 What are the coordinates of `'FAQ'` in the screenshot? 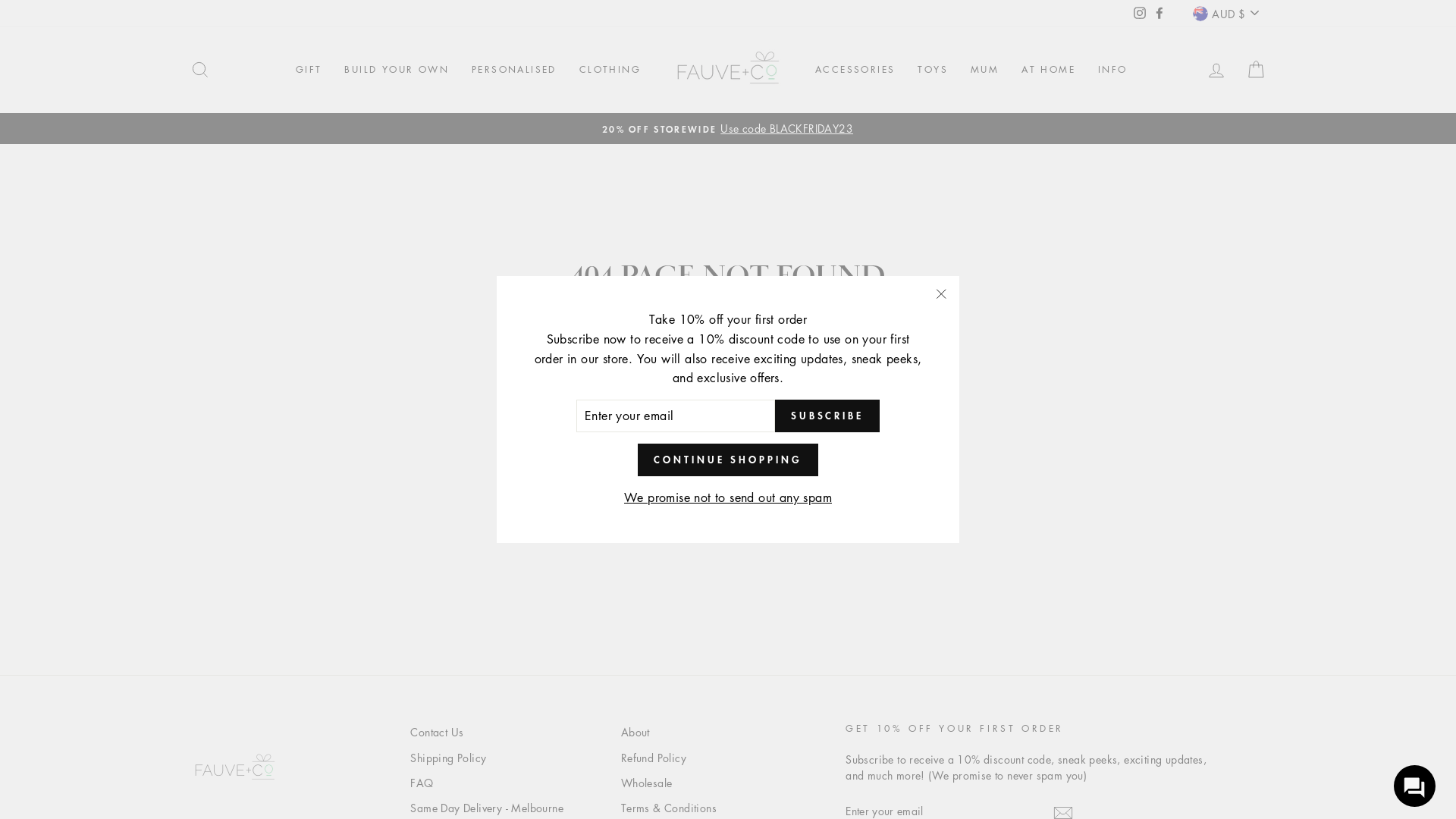 It's located at (422, 783).